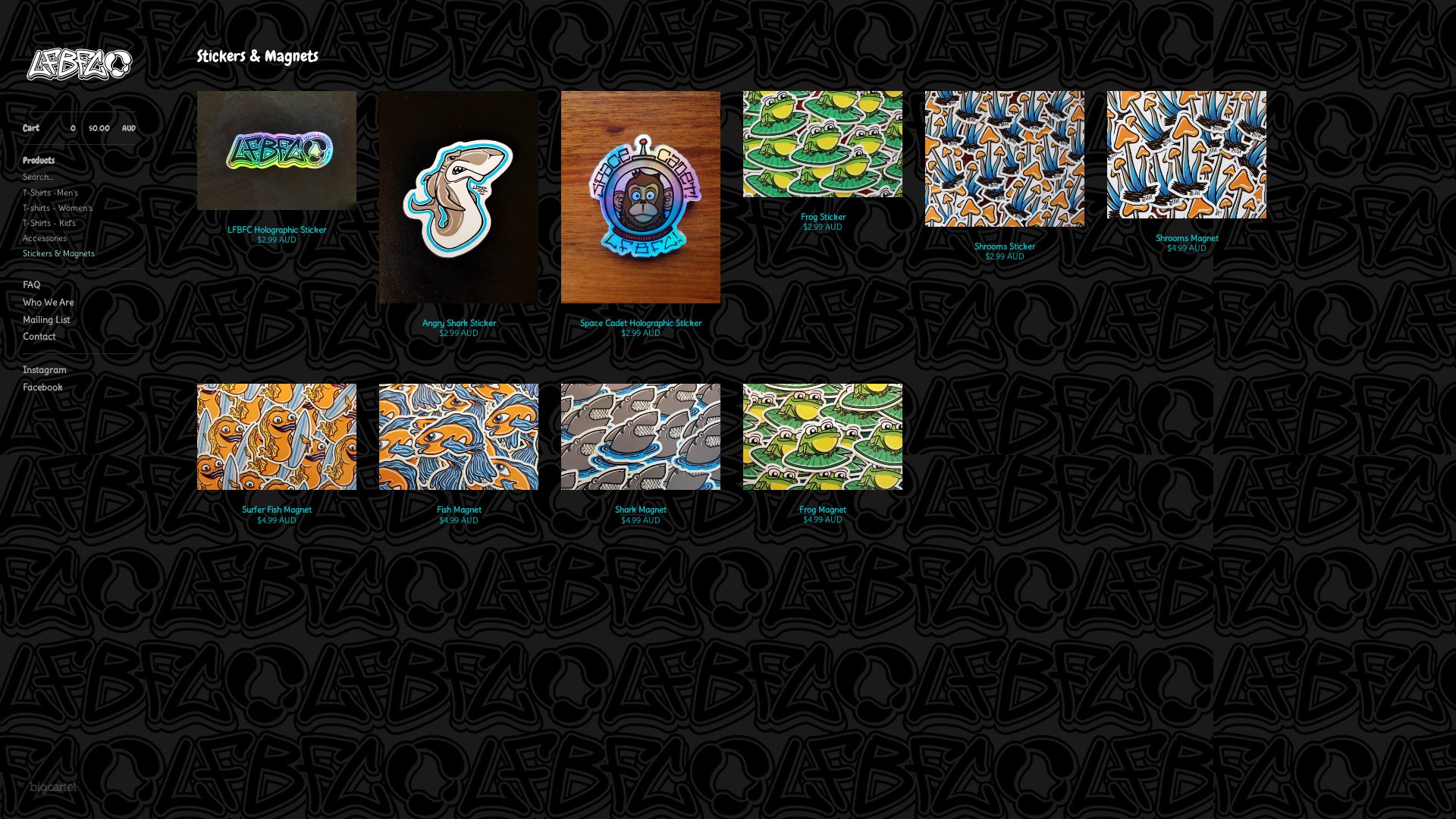 The image size is (1456, 819). I want to click on 'Shark Magnet, so click(640, 464).